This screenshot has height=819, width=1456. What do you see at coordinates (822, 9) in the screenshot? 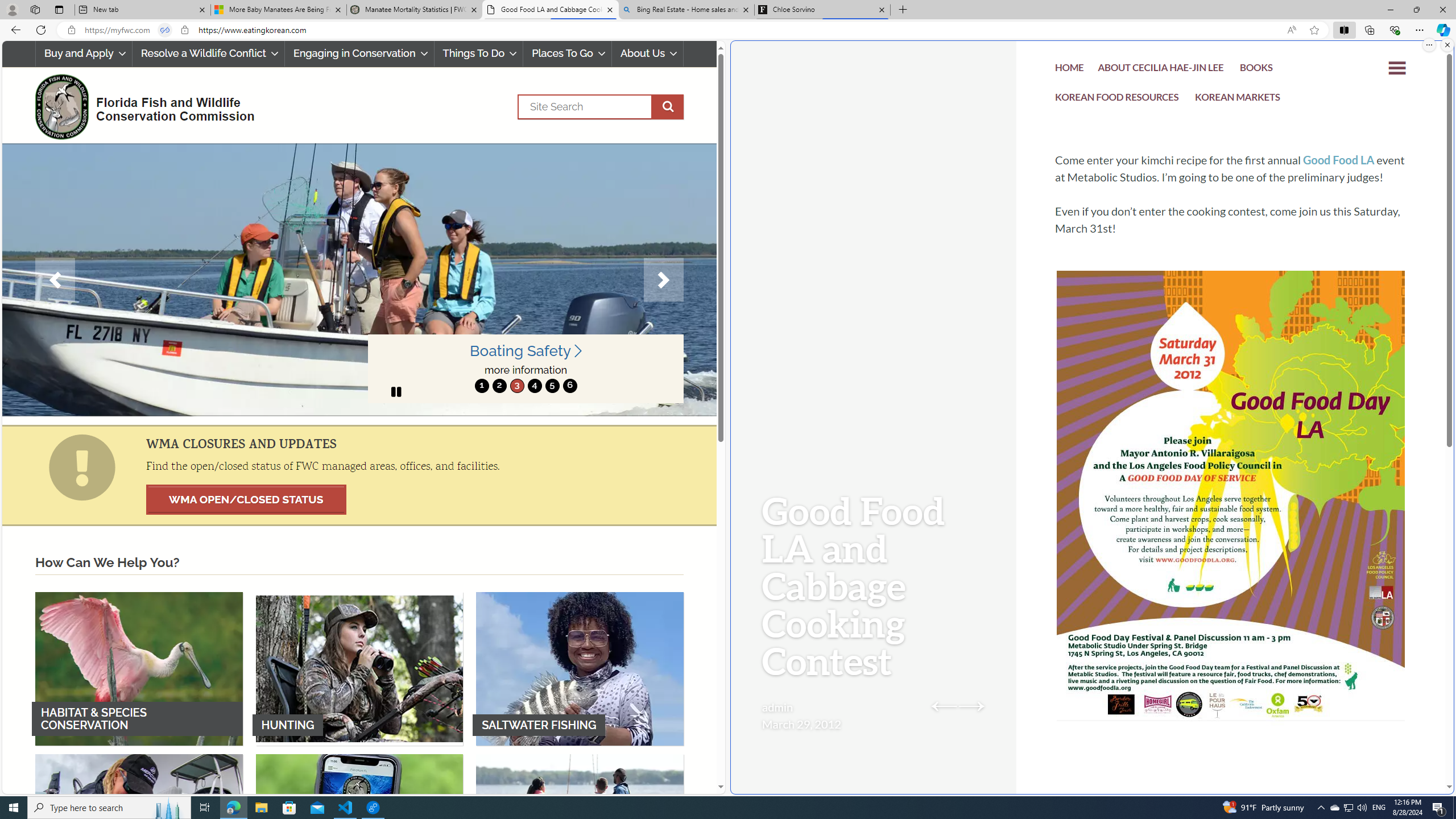
I see `'Chloe Sorvino'` at bounding box center [822, 9].